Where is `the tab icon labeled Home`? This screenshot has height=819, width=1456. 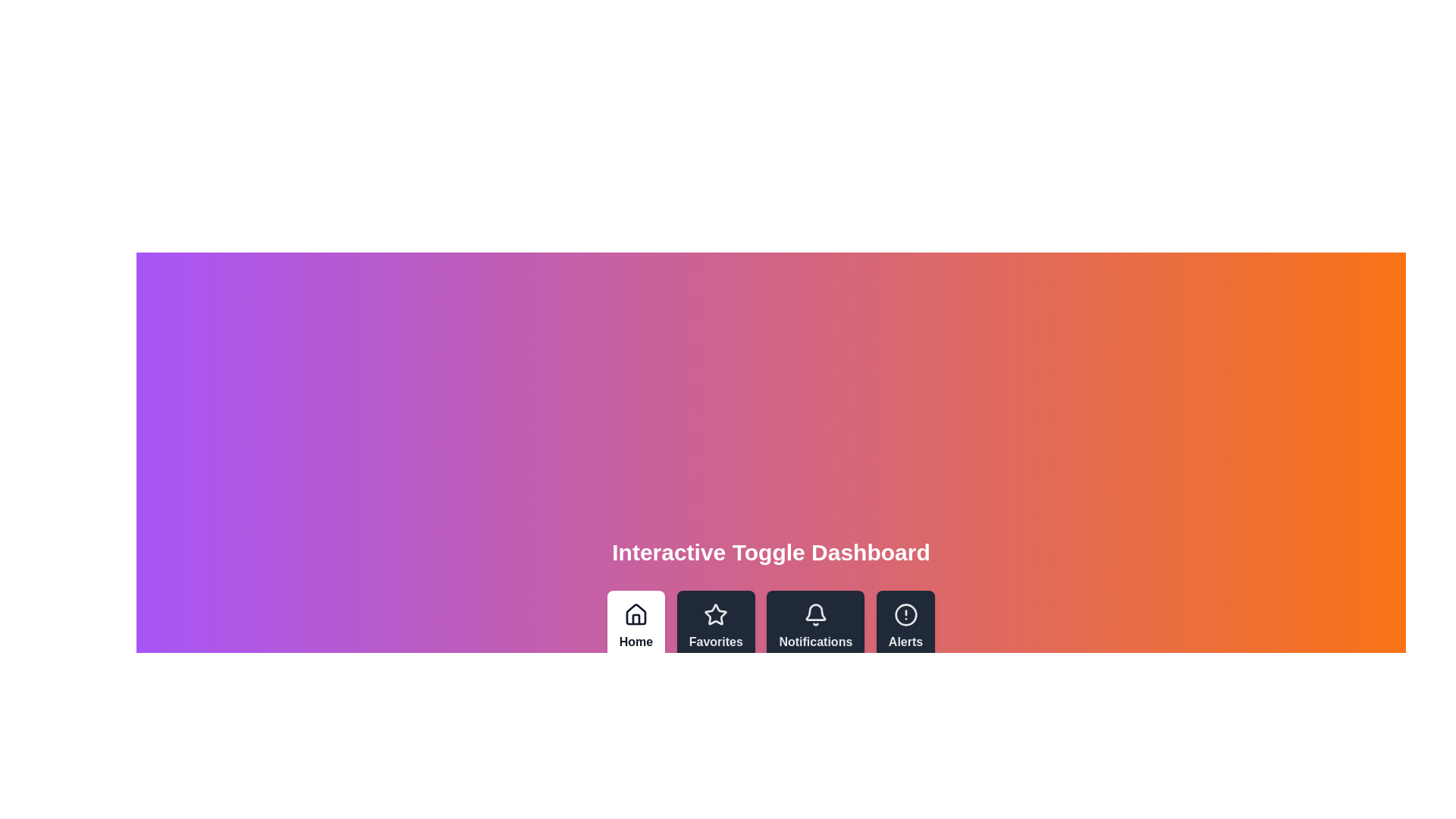 the tab icon labeled Home is located at coordinates (636, 626).